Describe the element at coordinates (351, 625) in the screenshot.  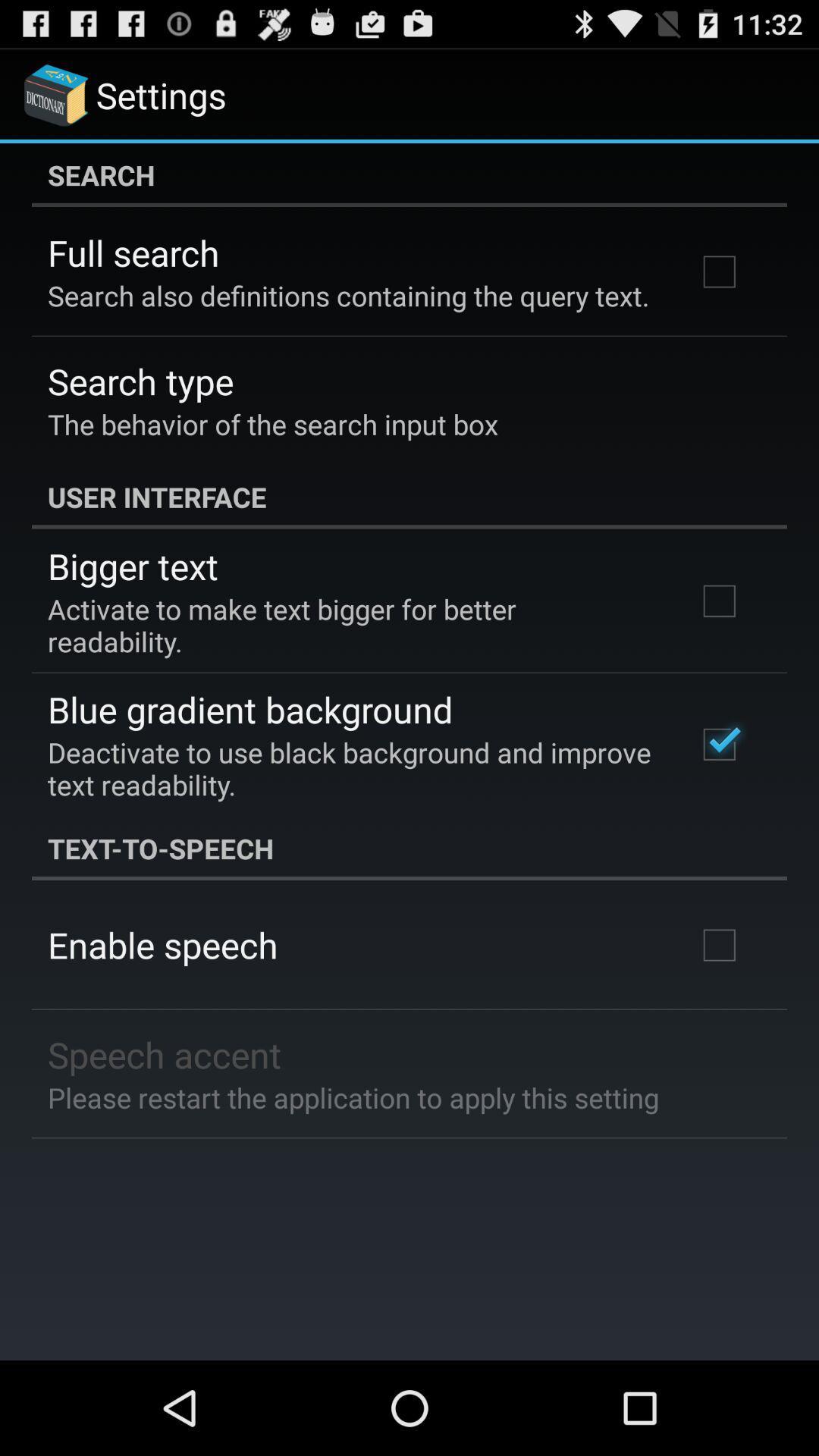
I see `the icon above blue gradient background icon` at that location.